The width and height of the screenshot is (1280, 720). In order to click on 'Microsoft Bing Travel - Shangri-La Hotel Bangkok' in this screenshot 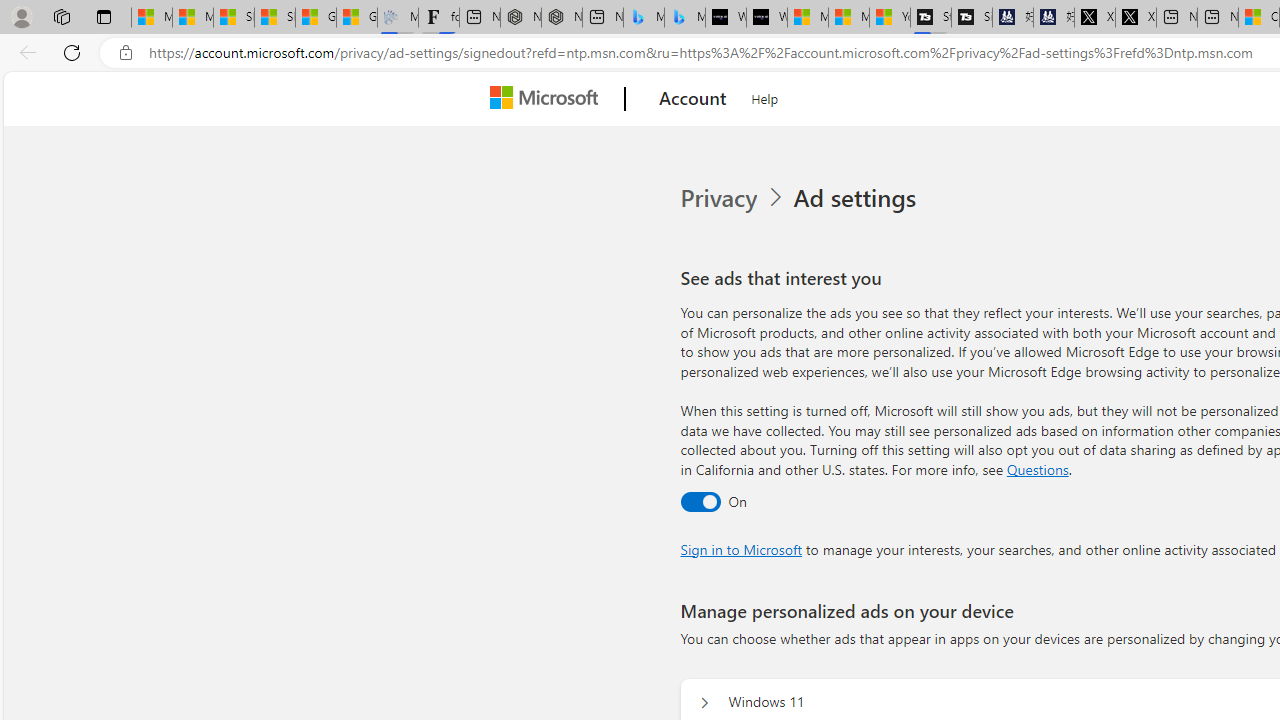, I will do `click(684, 17)`.